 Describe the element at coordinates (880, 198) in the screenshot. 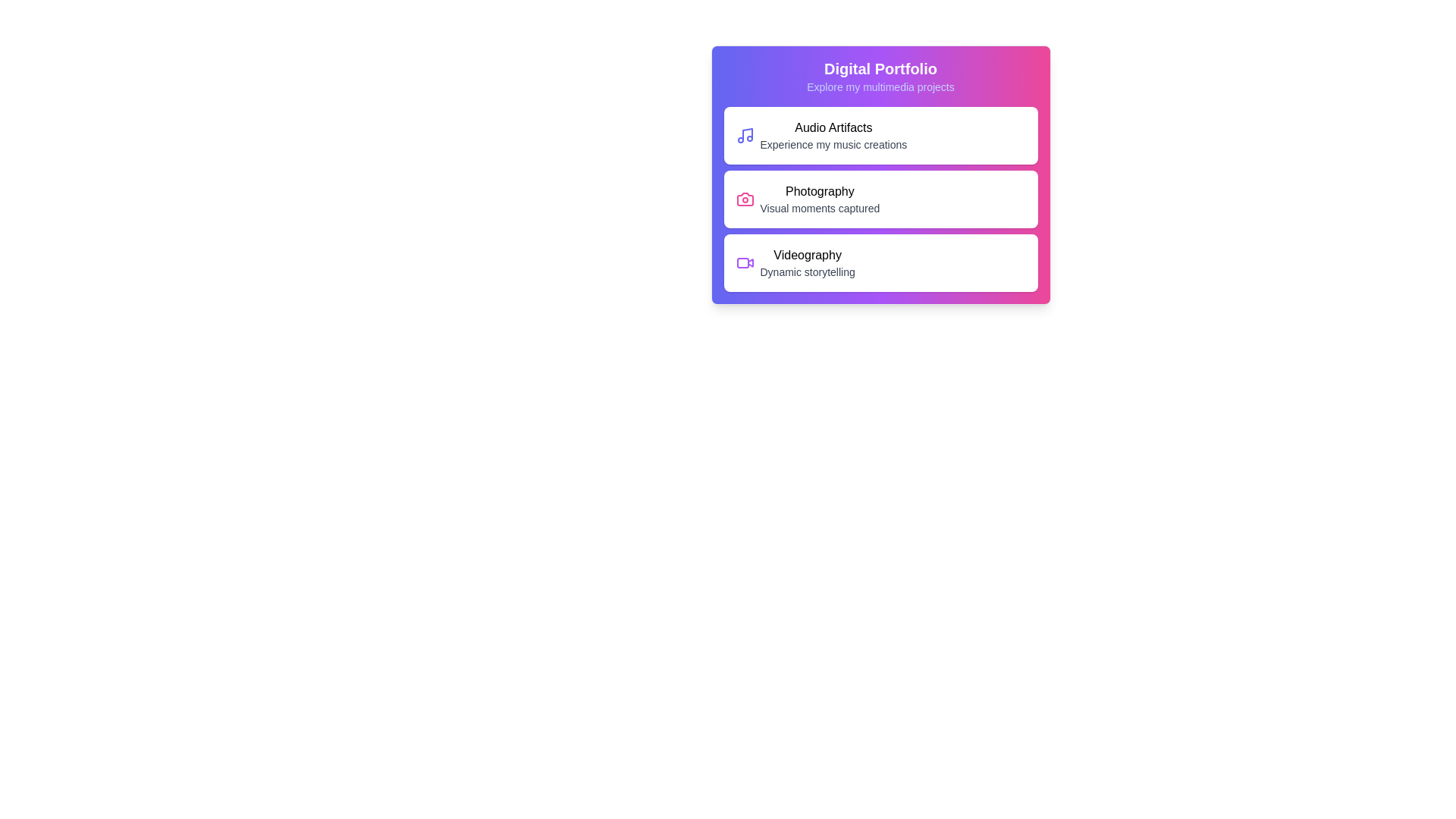

I see `to interact with the 'Photography' card, which contains descriptive content about 'Visual moments captured'. This card is the second in a vertical list of three cards, positioned between 'Audio Artifacts' and 'Videography'` at that location.